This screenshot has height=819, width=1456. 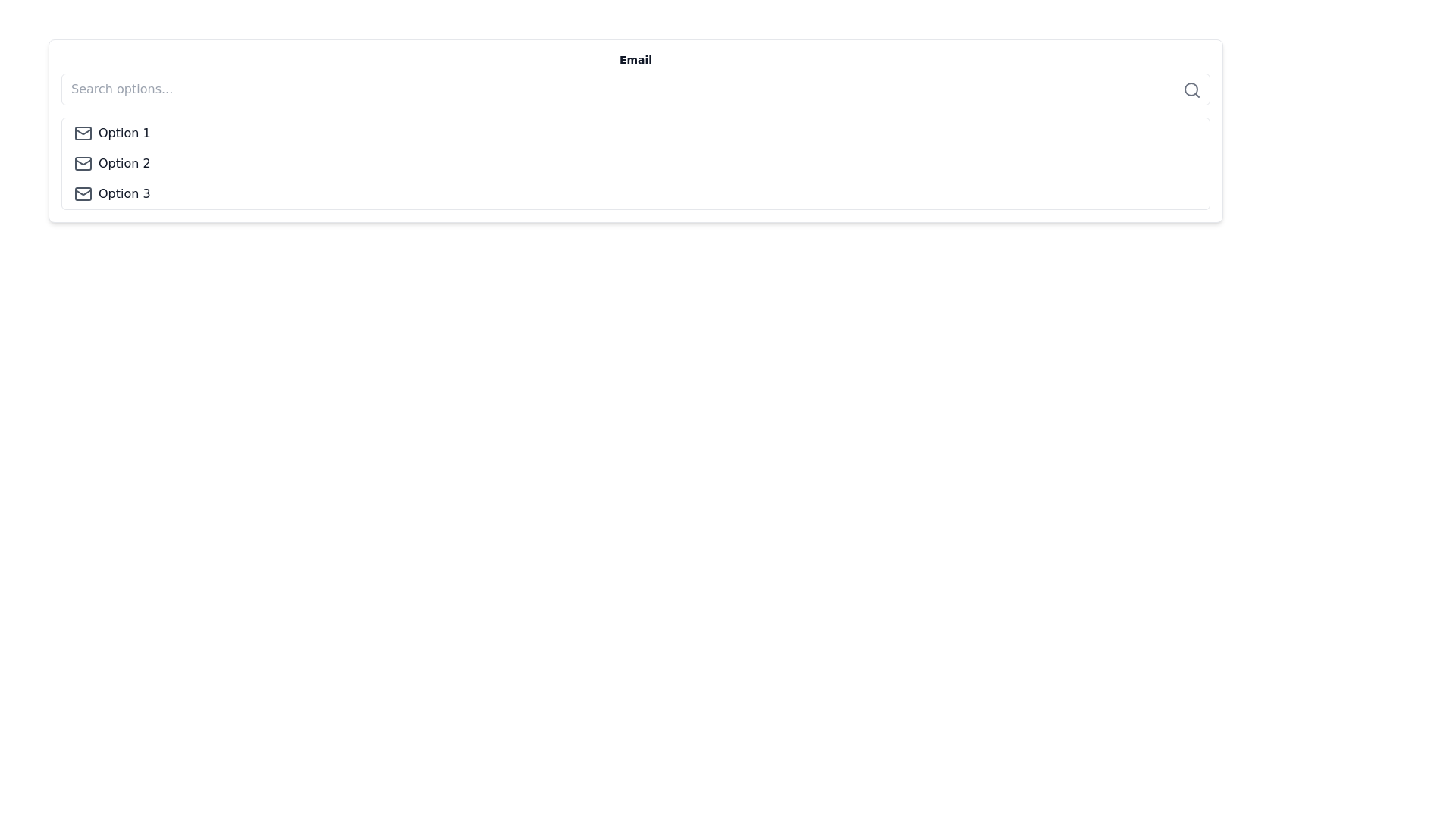 I want to click on the email or message icon that visually represents 'Option 1', positioned to the left of the text, so click(x=83, y=133).